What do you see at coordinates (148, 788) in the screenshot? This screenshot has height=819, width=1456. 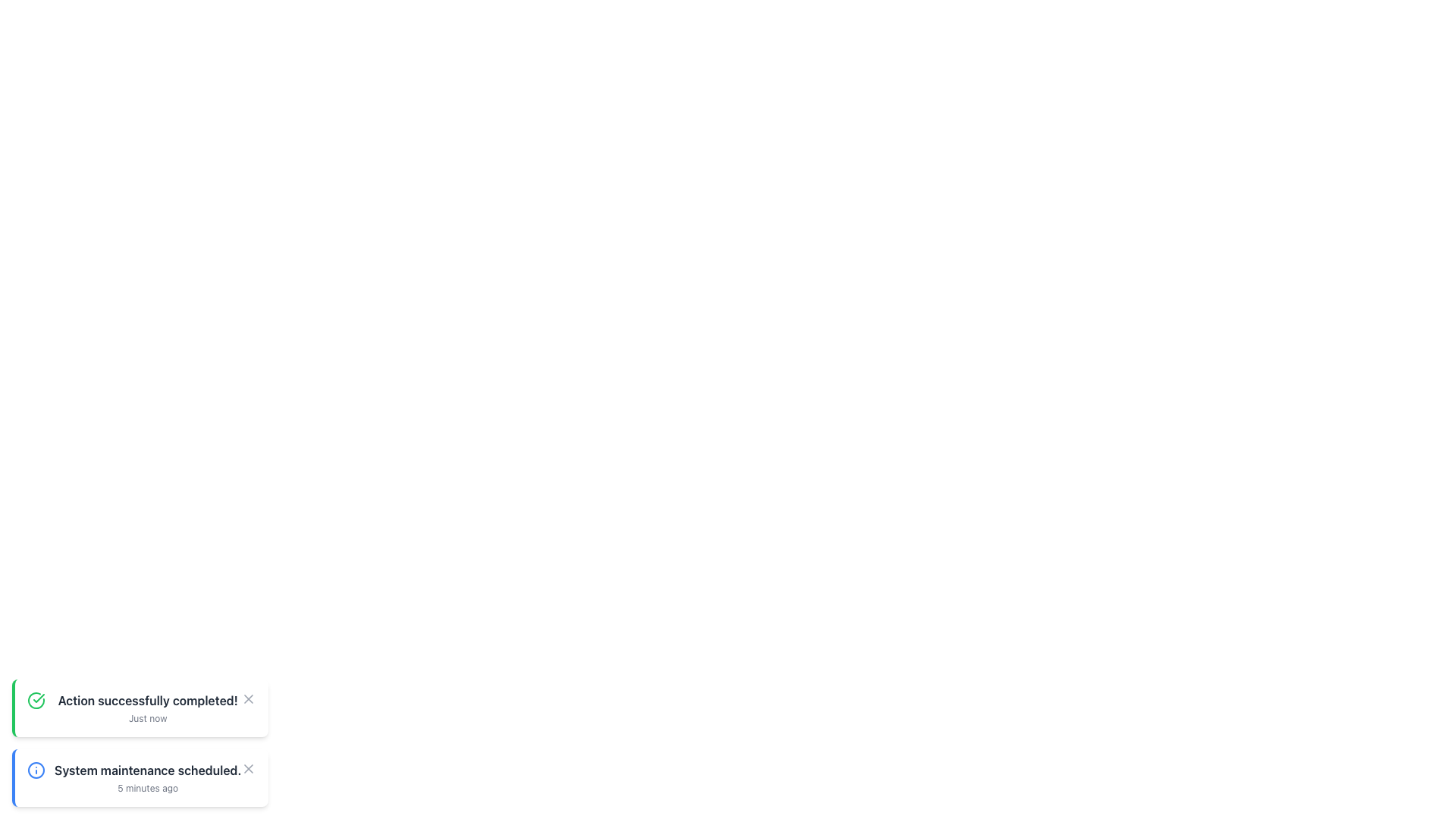 I see `the timestamp text label located at the bottom-left of the notification card titled 'System maintenance scheduled'` at bounding box center [148, 788].